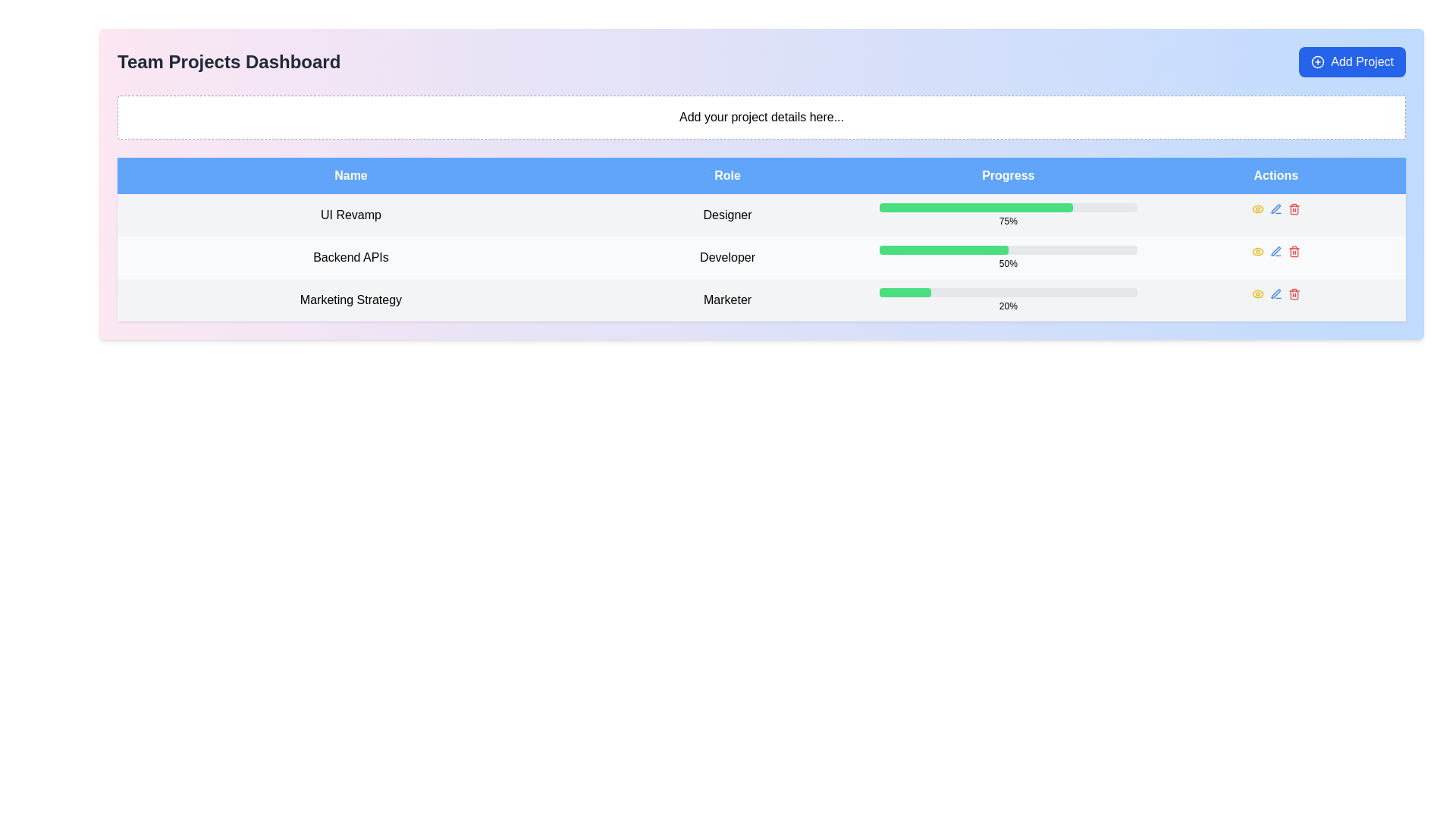 The image size is (1456, 819). What do you see at coordinates (1008, 249) in the screenshot?
I see `the progress bar in the 'Progress' column for the 'Backend APIs' task, which indicates that the task is 50% complete` at bounding box center [1008, 249].